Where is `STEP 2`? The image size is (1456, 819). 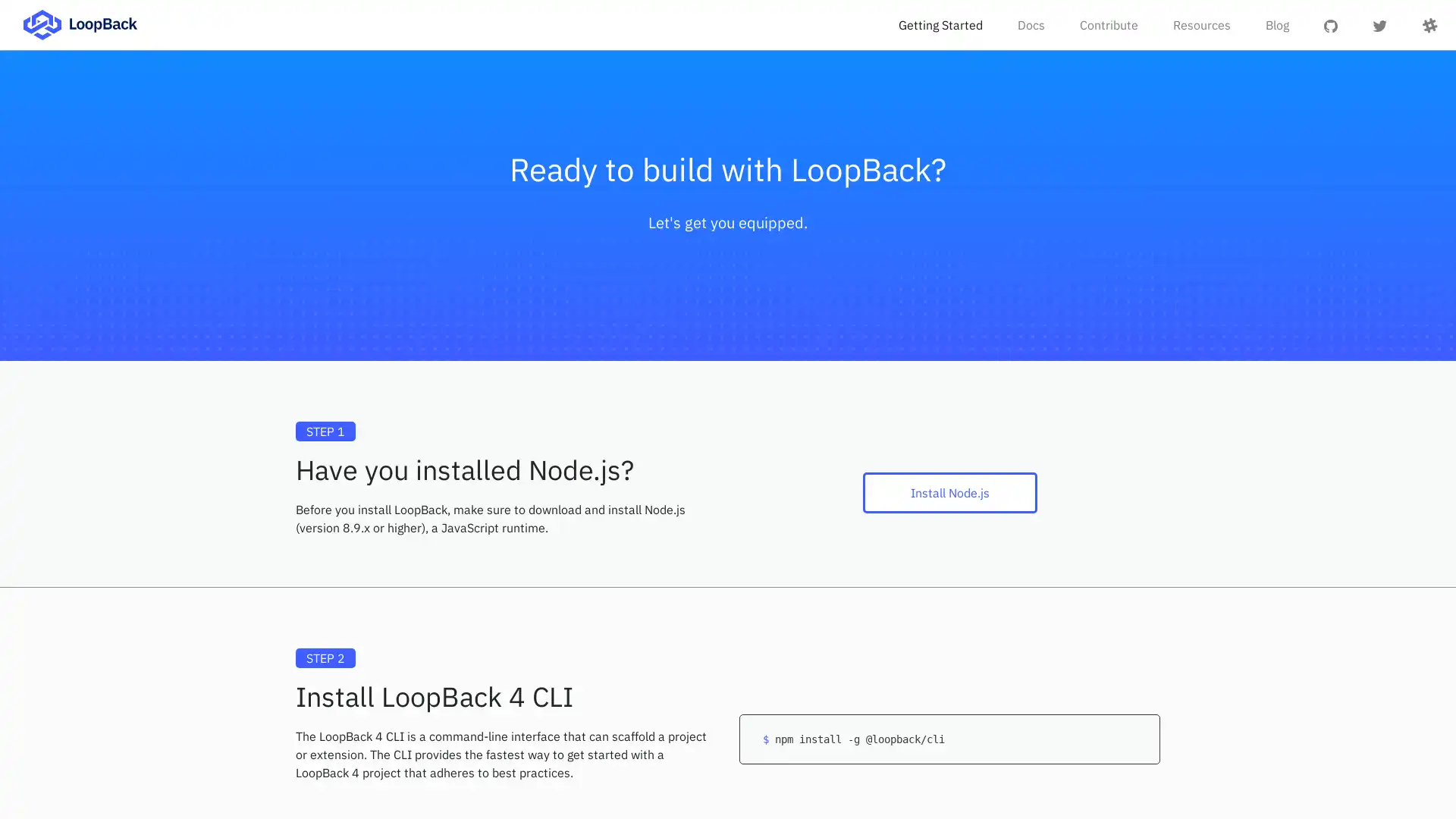 STEP 2 is located at coordinates (325, 657).